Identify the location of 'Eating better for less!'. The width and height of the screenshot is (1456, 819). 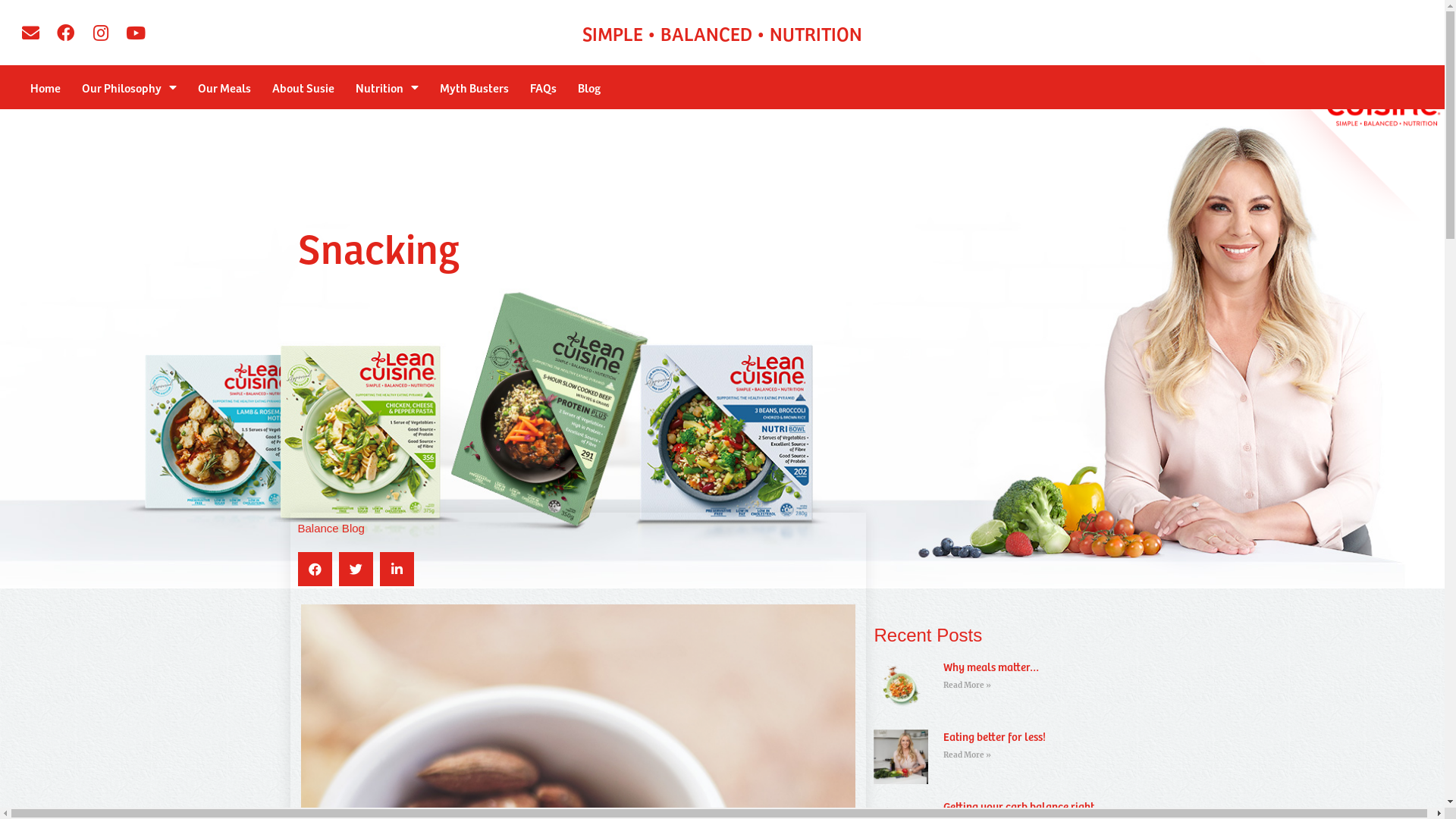
(994, 736).